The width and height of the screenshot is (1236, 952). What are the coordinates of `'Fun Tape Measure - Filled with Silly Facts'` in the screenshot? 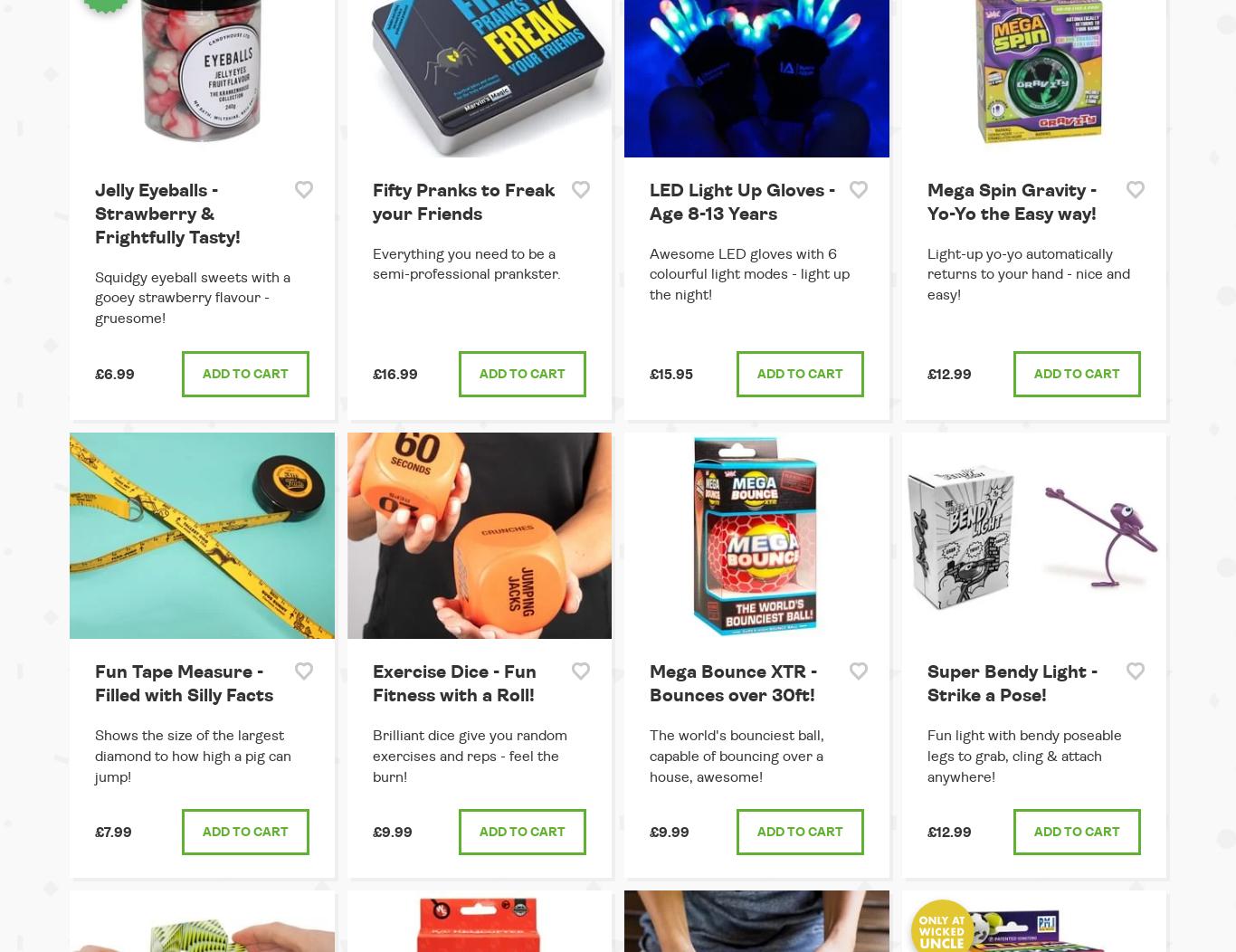 It's located at (95, 682).